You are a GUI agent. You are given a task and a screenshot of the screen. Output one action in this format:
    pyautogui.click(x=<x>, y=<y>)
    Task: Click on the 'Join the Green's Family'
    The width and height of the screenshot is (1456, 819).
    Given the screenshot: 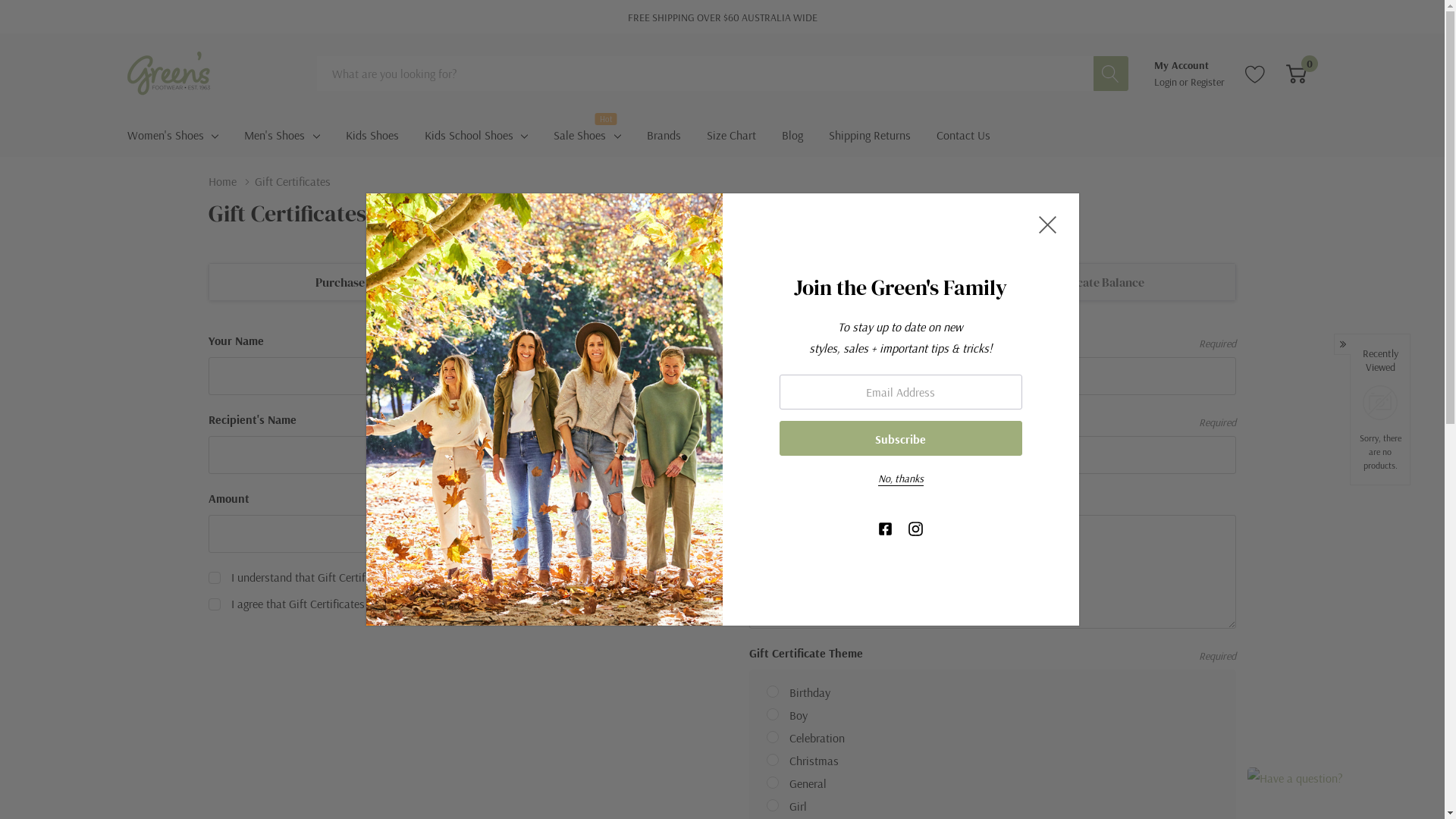 What is the action you would take?
    pyautogui.click(x=365, y=409)
    